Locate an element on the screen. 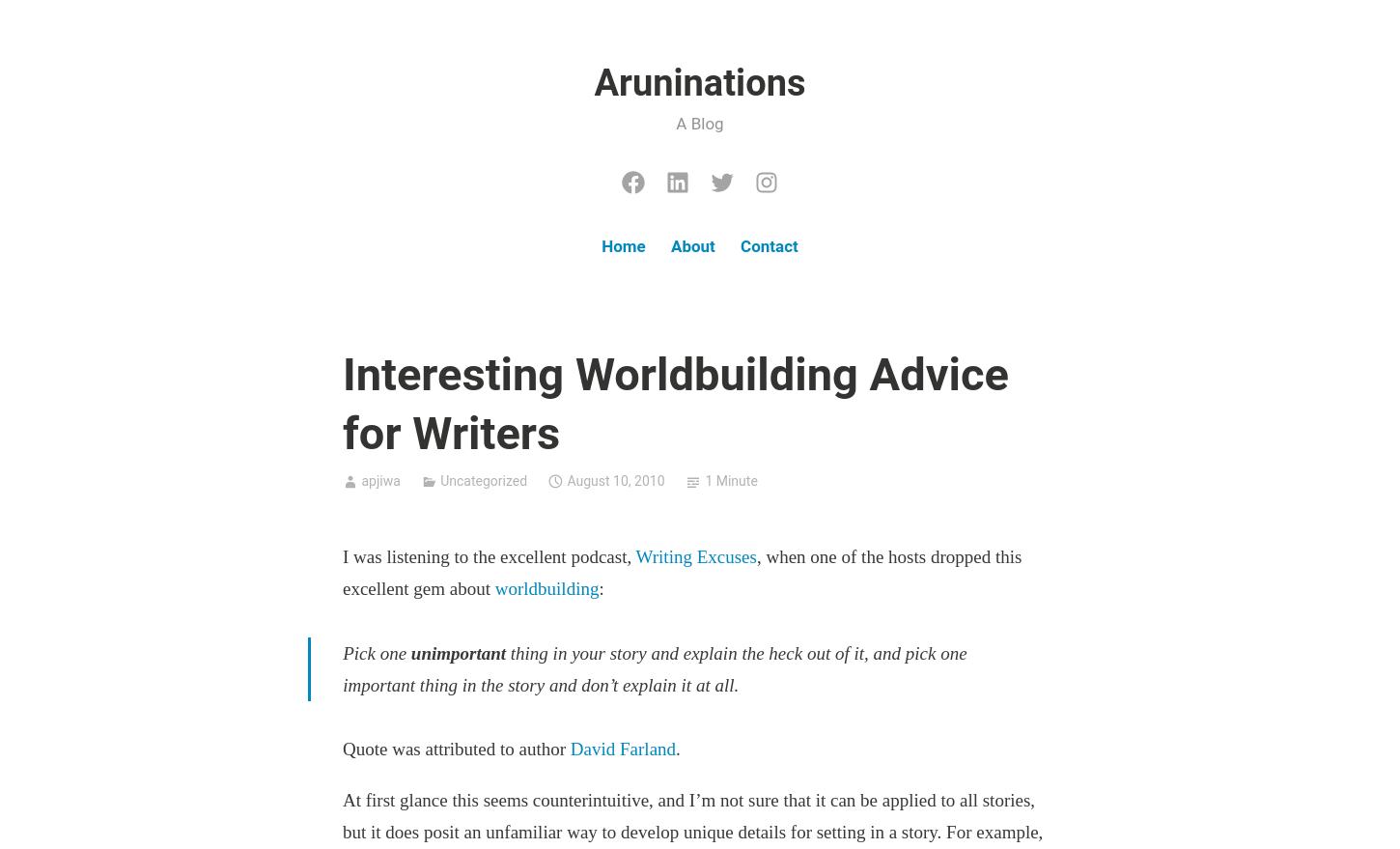  'thing in your story and explain the heck out of it, and pick one important thing in the story and don’t explain it at all.' is located at coordinates (654, 668).